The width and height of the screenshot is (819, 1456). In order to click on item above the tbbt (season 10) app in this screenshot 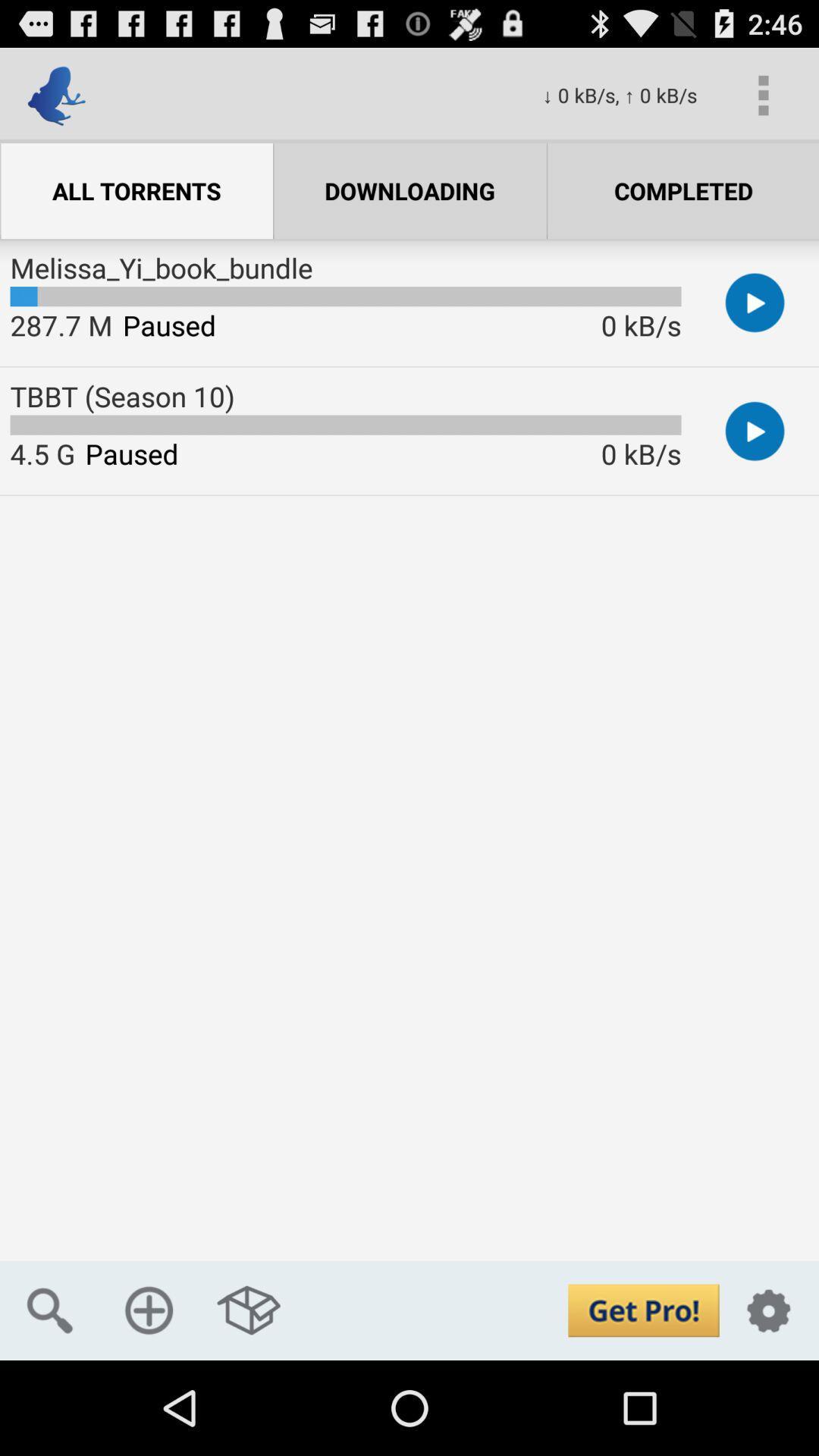, I will do `click(61, 324)`.